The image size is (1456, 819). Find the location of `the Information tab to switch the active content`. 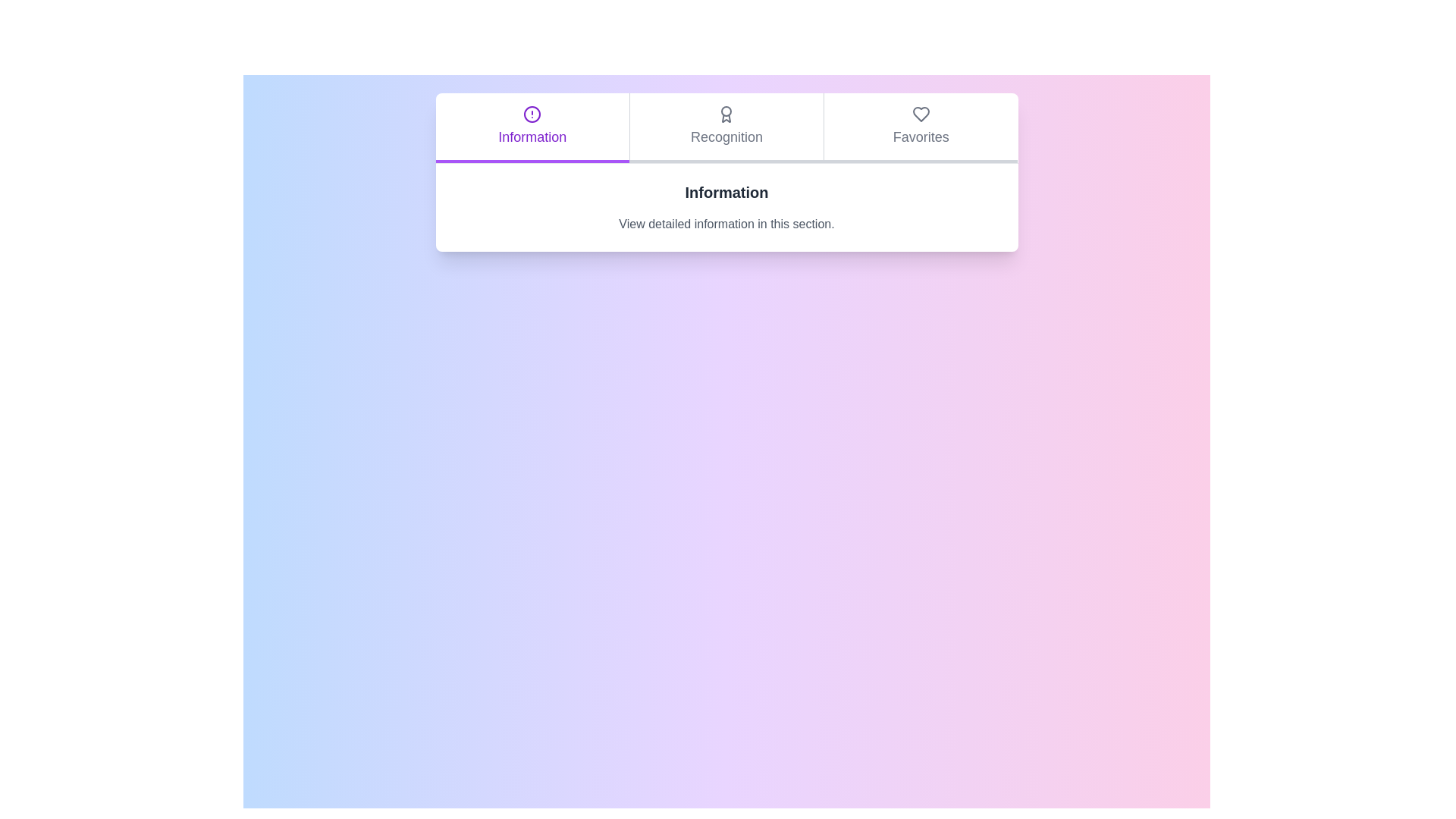

the Information tab to switch the active content is located at coordinates (532, 127).